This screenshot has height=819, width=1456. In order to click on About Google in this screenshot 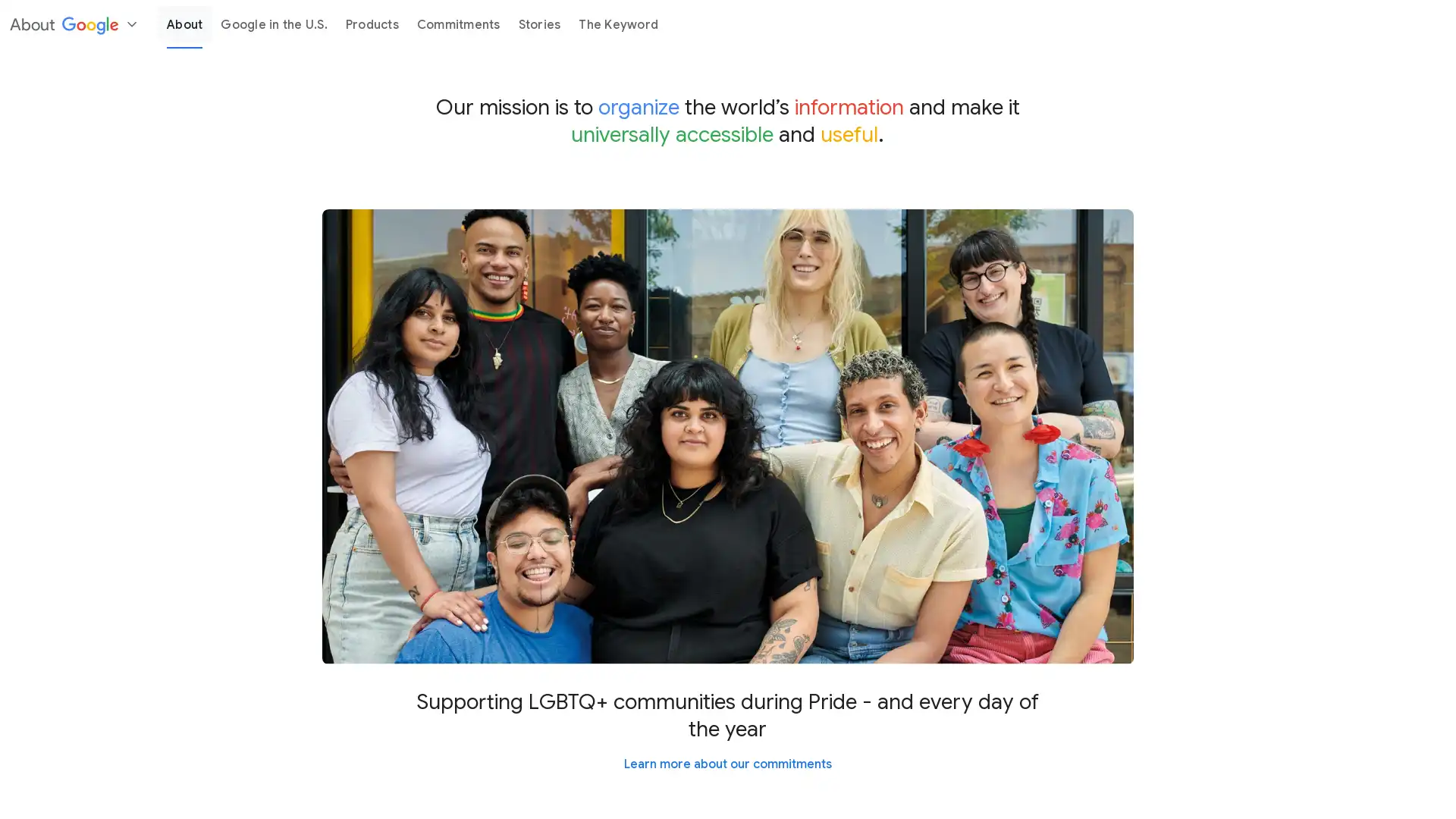, I will do `click(72, 24)`.